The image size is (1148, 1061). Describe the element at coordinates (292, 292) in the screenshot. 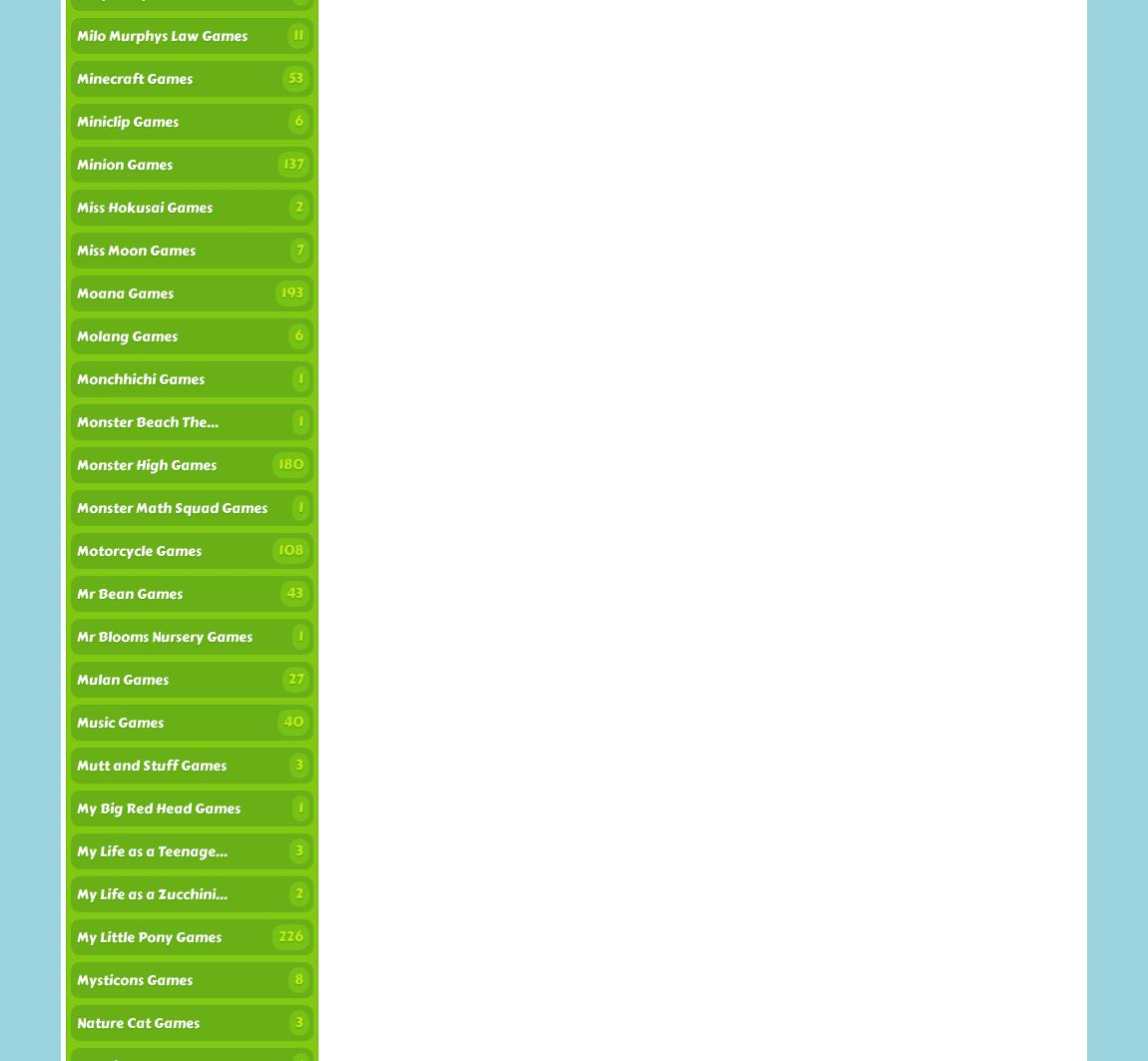

I see `'193'` at that location.